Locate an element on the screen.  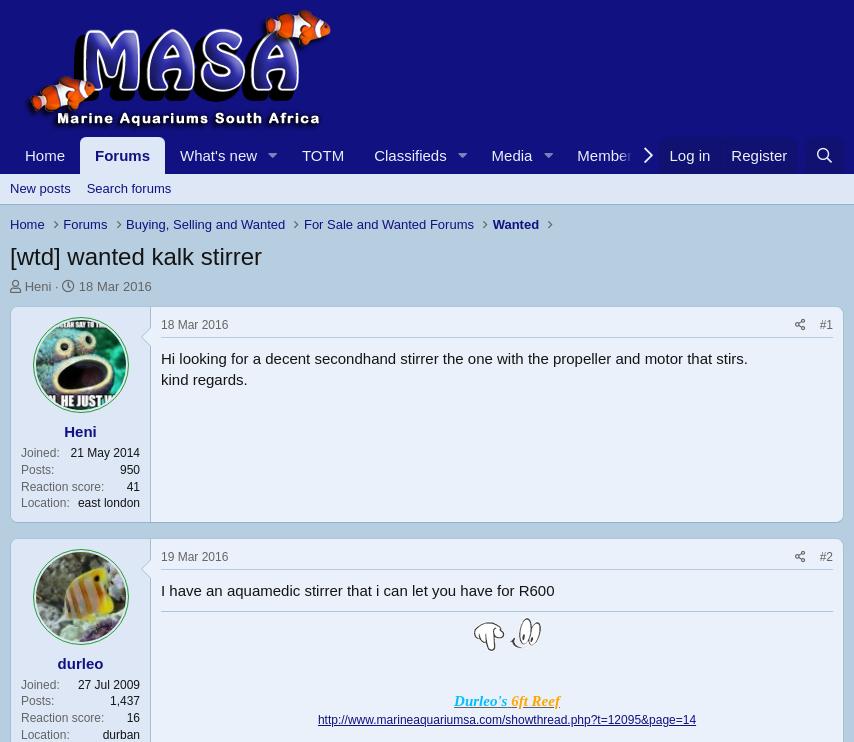
'Log in' is located at coordinates (669, 155).